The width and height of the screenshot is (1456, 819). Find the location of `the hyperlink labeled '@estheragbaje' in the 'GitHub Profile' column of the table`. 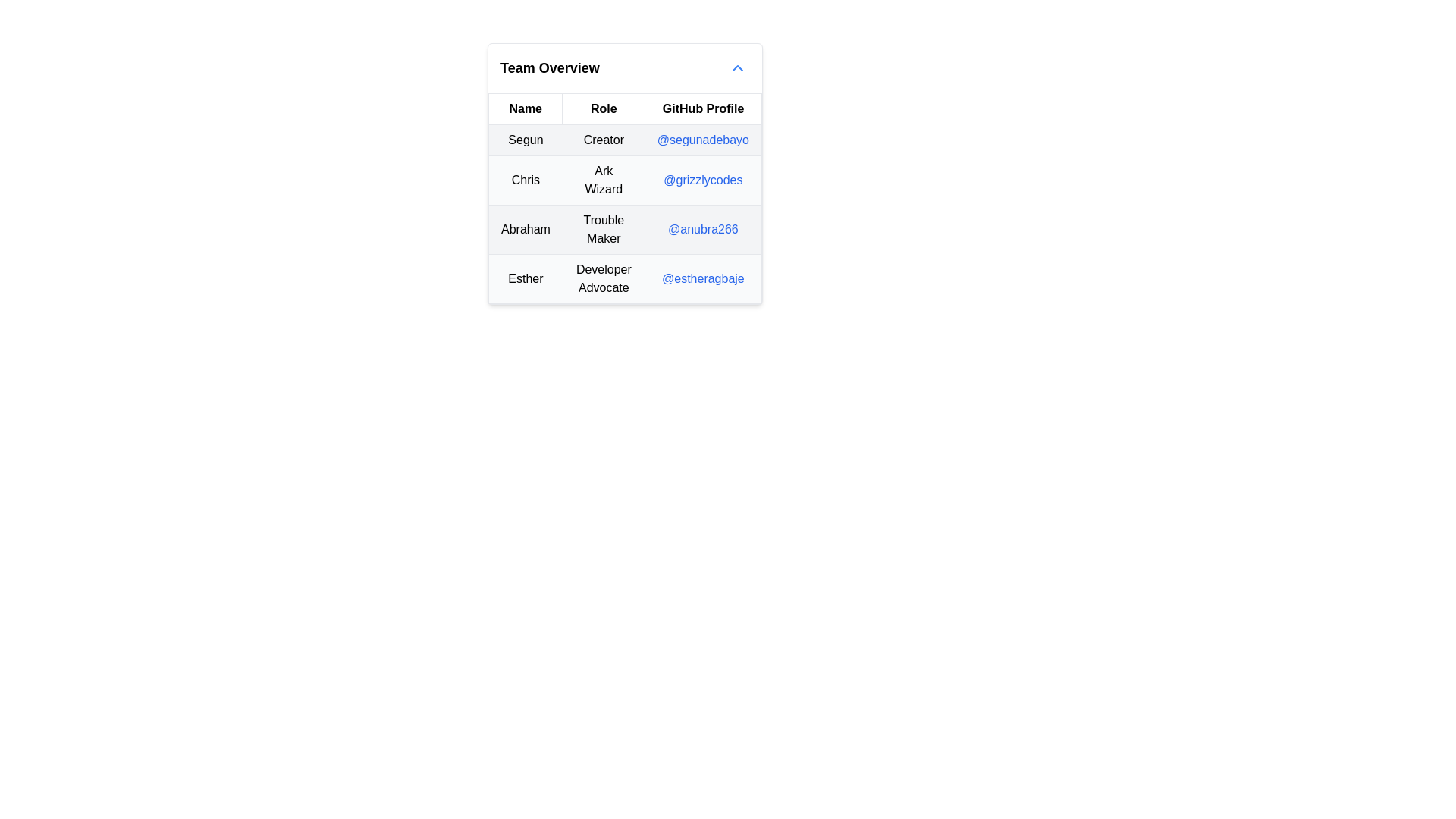

the hyperlink labeled '@estheragbaje' in the 'GitHub Profile' column of the table is located at coordinates (701, 278).